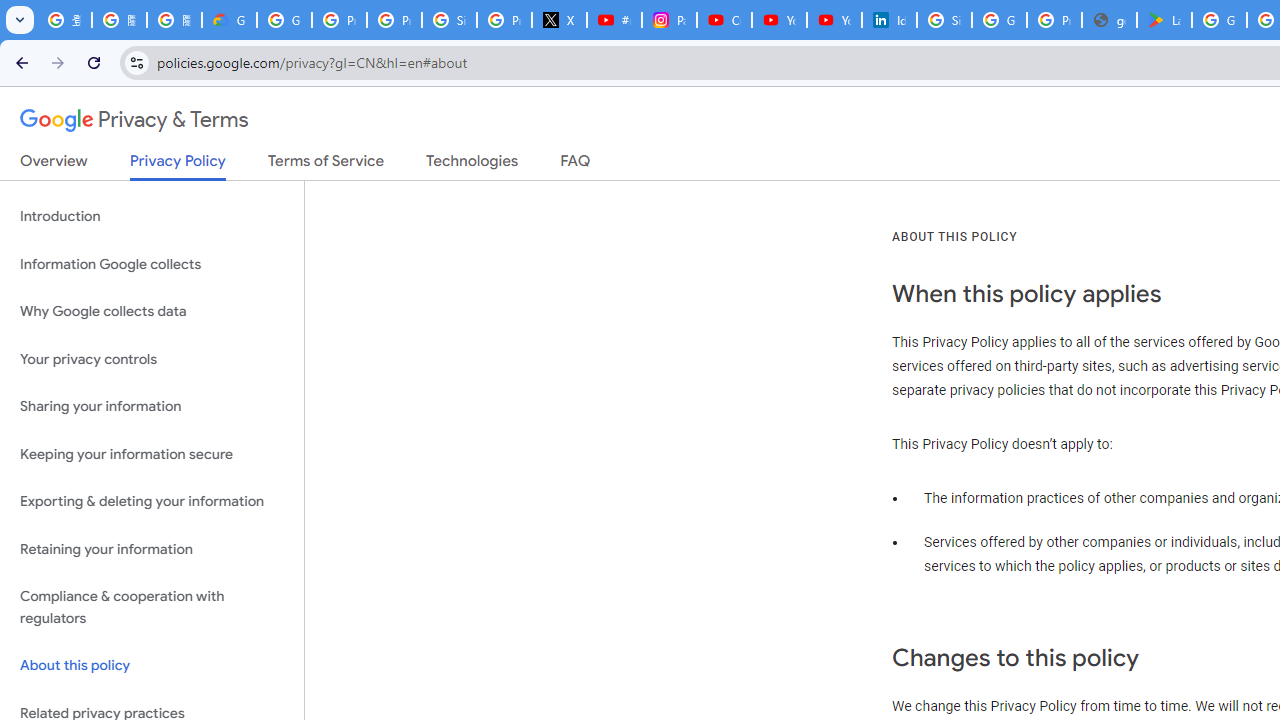 The image size is (1280, 720). What do you see at coordinates (151, 263) in the screenshot?
I see `'Information Google collects'` at bounding box center [151, 263].